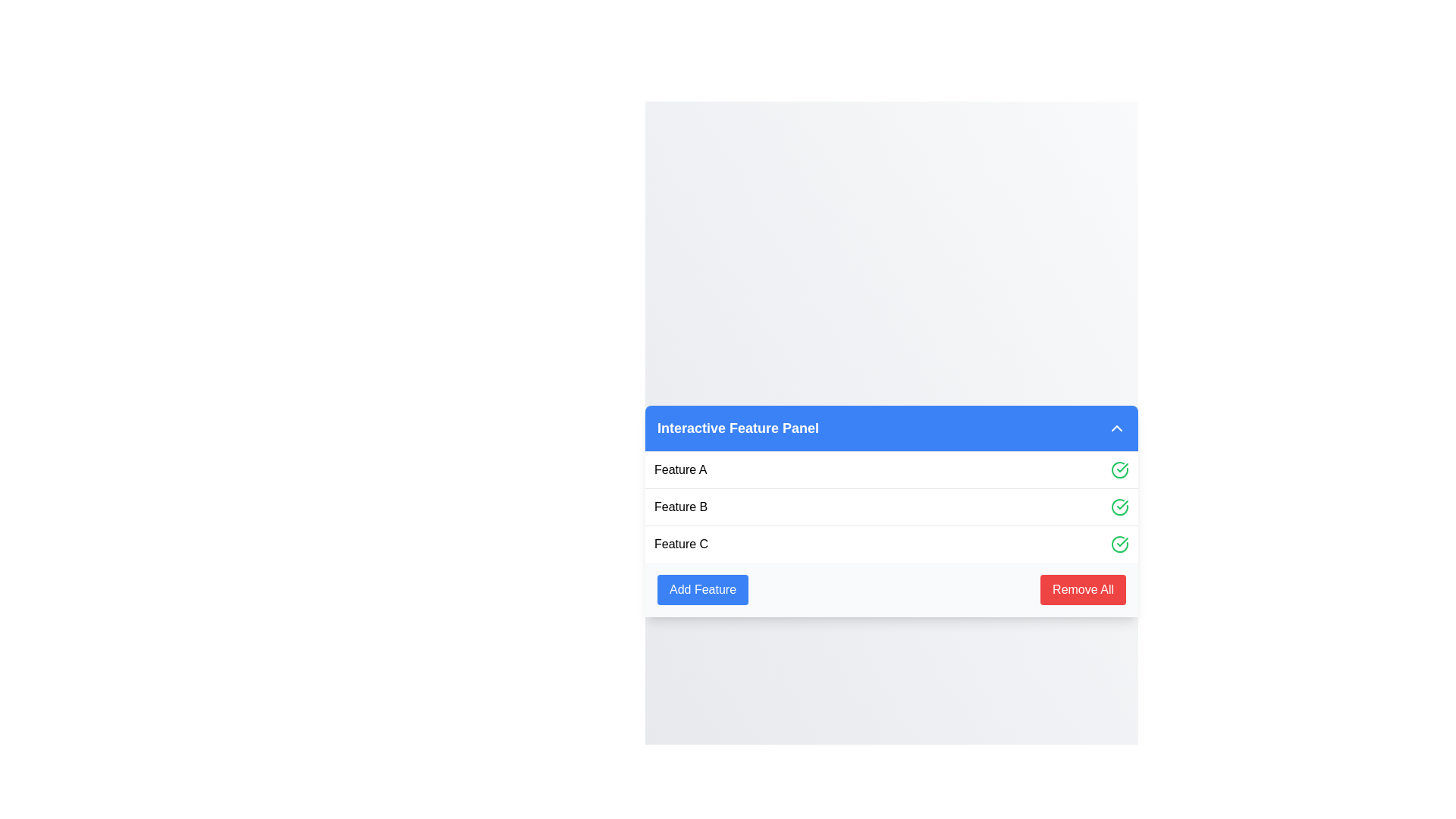 This screenshot has height=819, width=1456. Describe the element at coordinates (701, 588) in the screenshot. I see `the 'Add Feature' button, which is a rectangular button with rounded corners, blue background, and white text, located at the bottom-left side of the horizontal bar in the 'Interactive Feature Panel'` at that location.